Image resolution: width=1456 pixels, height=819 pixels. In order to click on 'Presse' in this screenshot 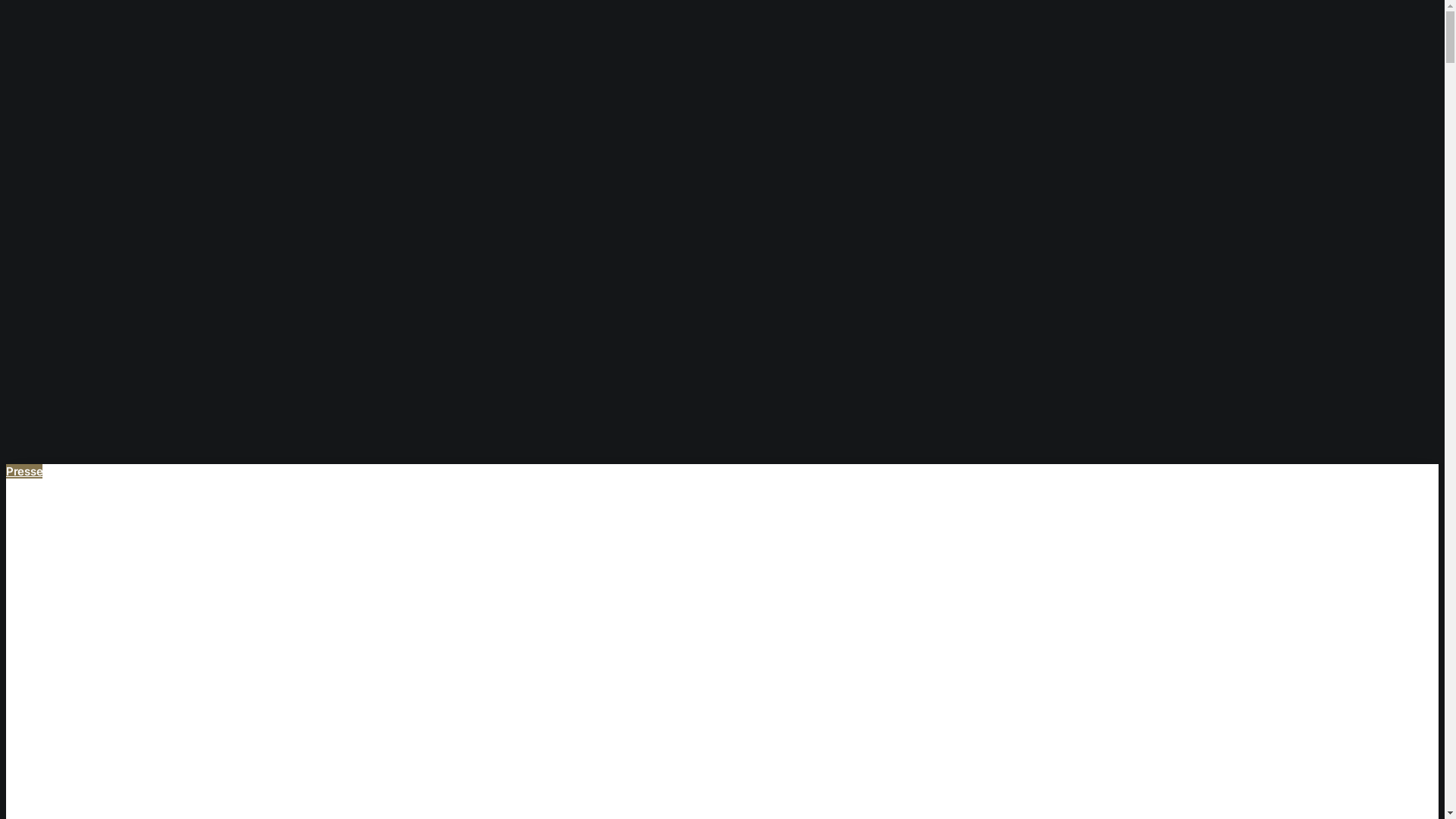, I will do `click(24, 470)`.